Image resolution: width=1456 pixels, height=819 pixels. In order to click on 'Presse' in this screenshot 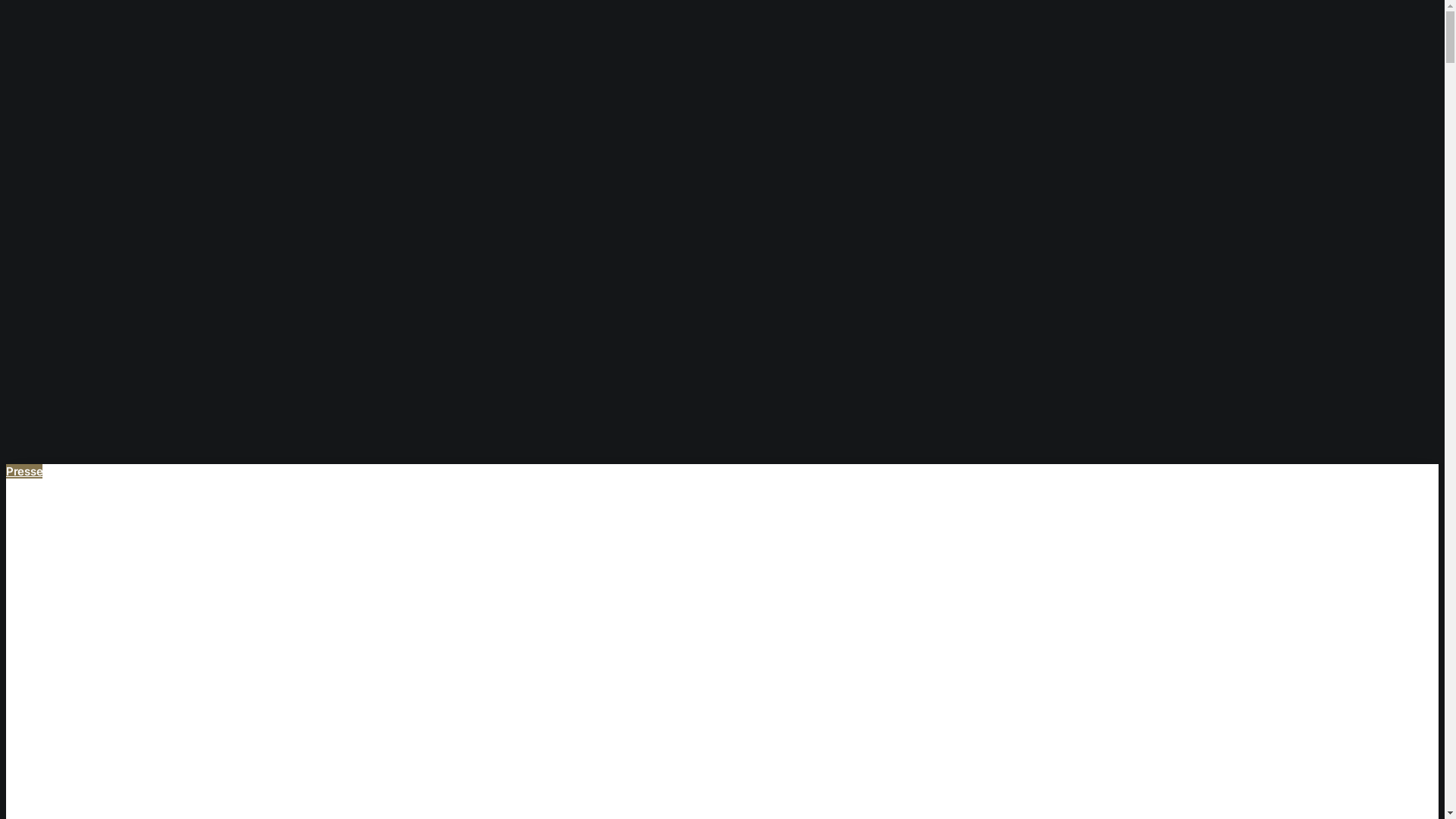, I will do `click(24, 470)`.